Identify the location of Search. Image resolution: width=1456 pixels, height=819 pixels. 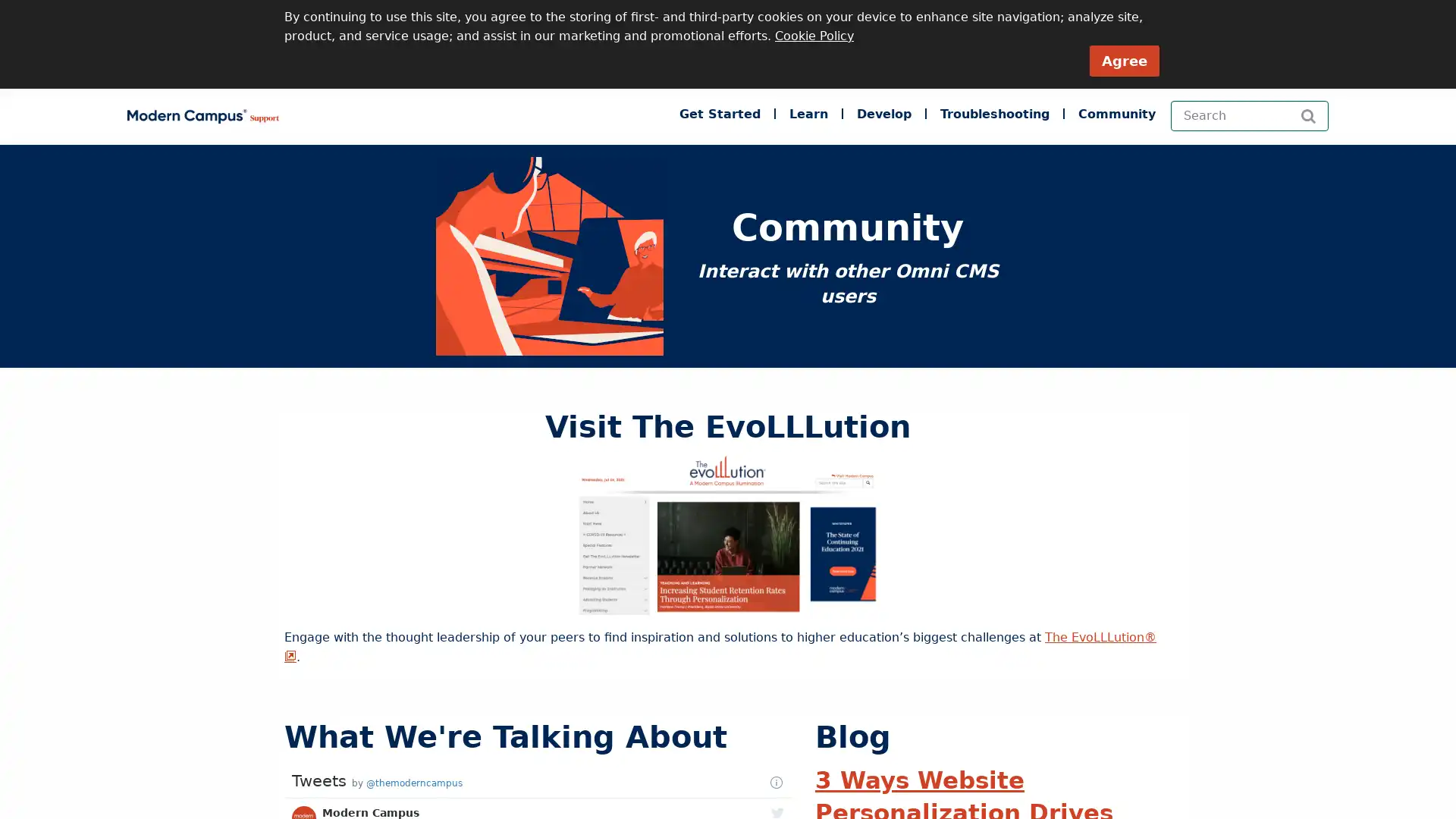
(1307, 114).